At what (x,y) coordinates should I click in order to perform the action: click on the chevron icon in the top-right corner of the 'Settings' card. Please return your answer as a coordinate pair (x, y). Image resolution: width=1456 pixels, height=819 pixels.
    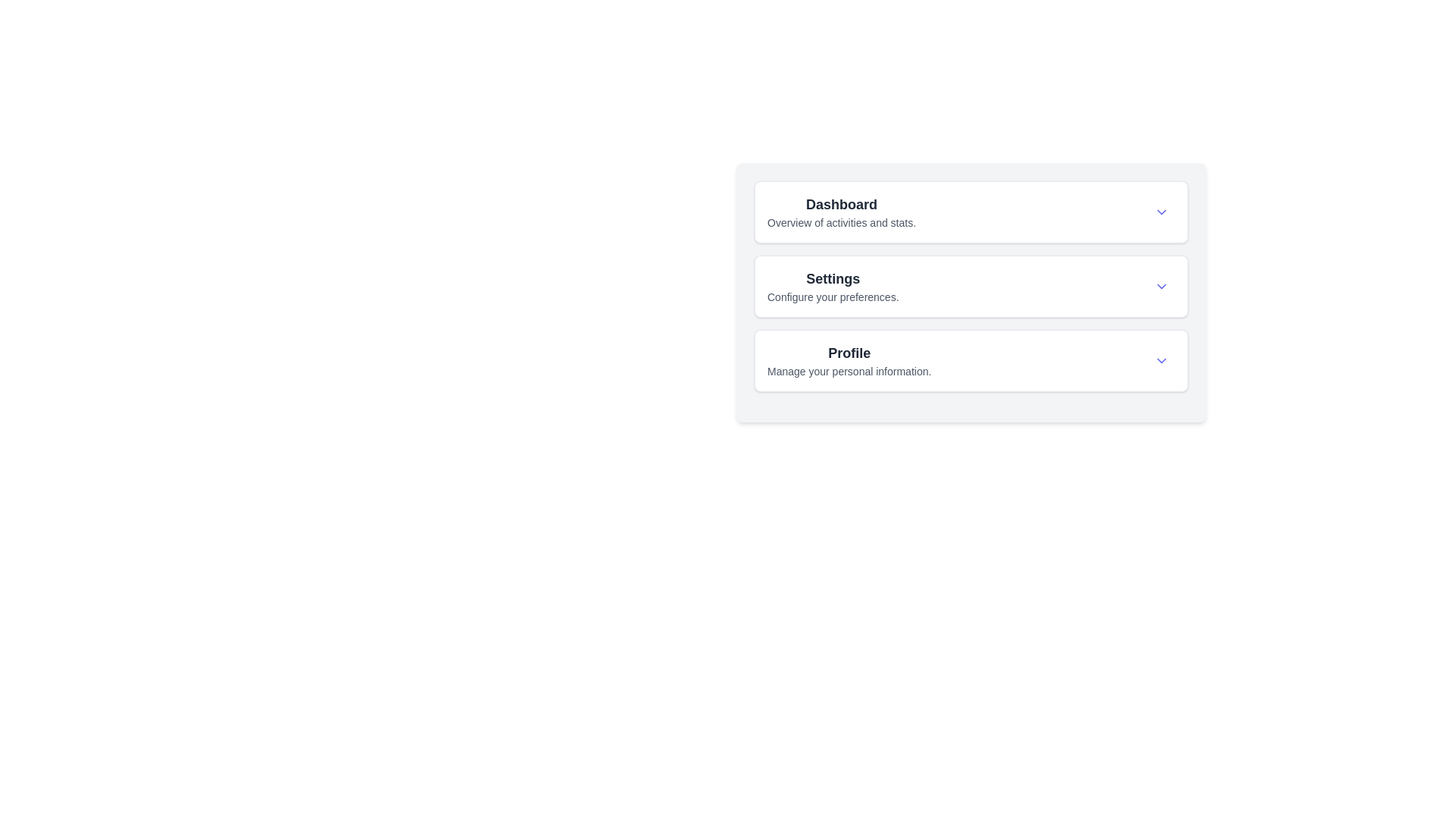
    Looking at the image, I should click on (1160, 287).